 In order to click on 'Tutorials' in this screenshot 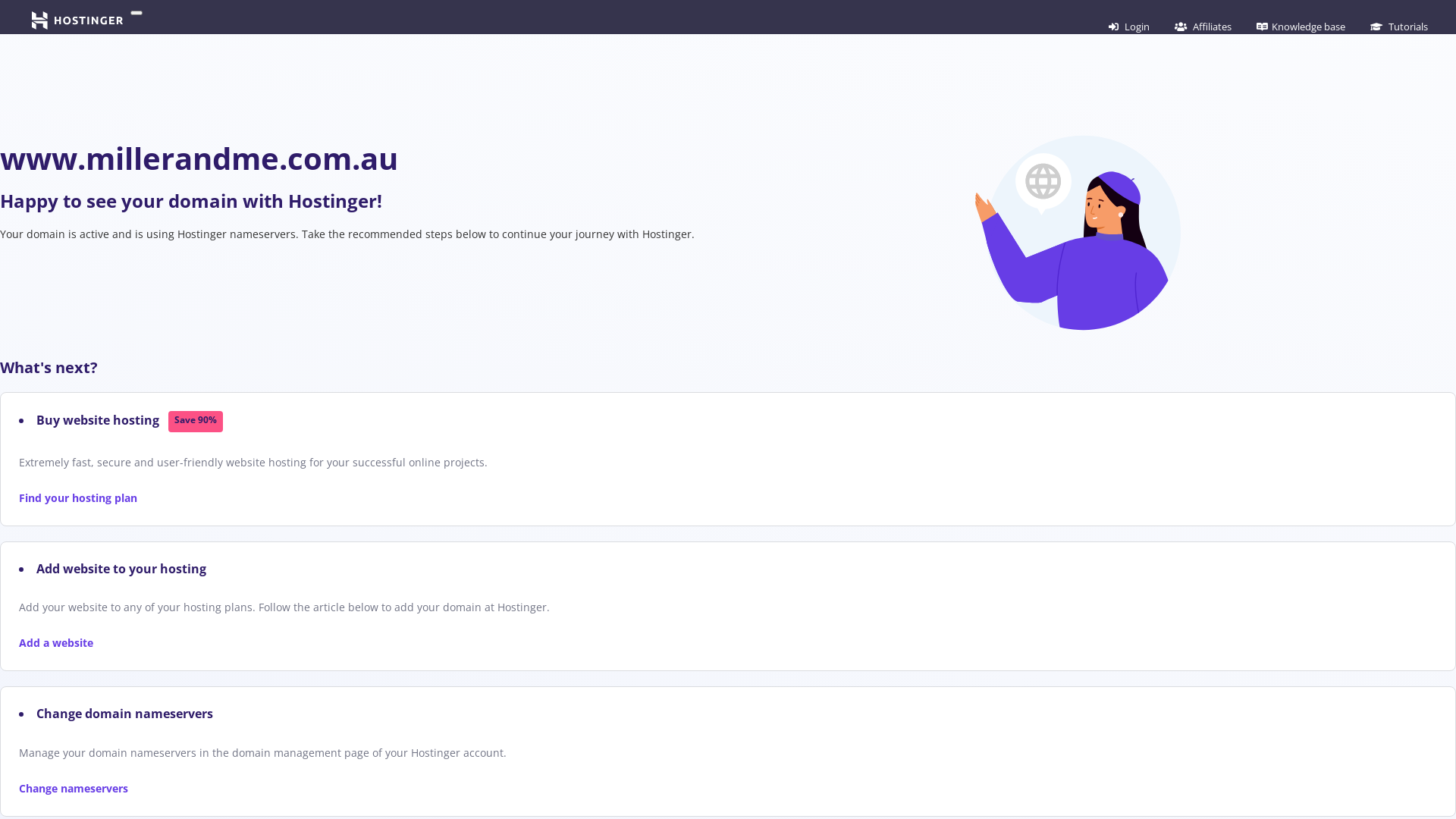, I will do `click(1398, 26)`.